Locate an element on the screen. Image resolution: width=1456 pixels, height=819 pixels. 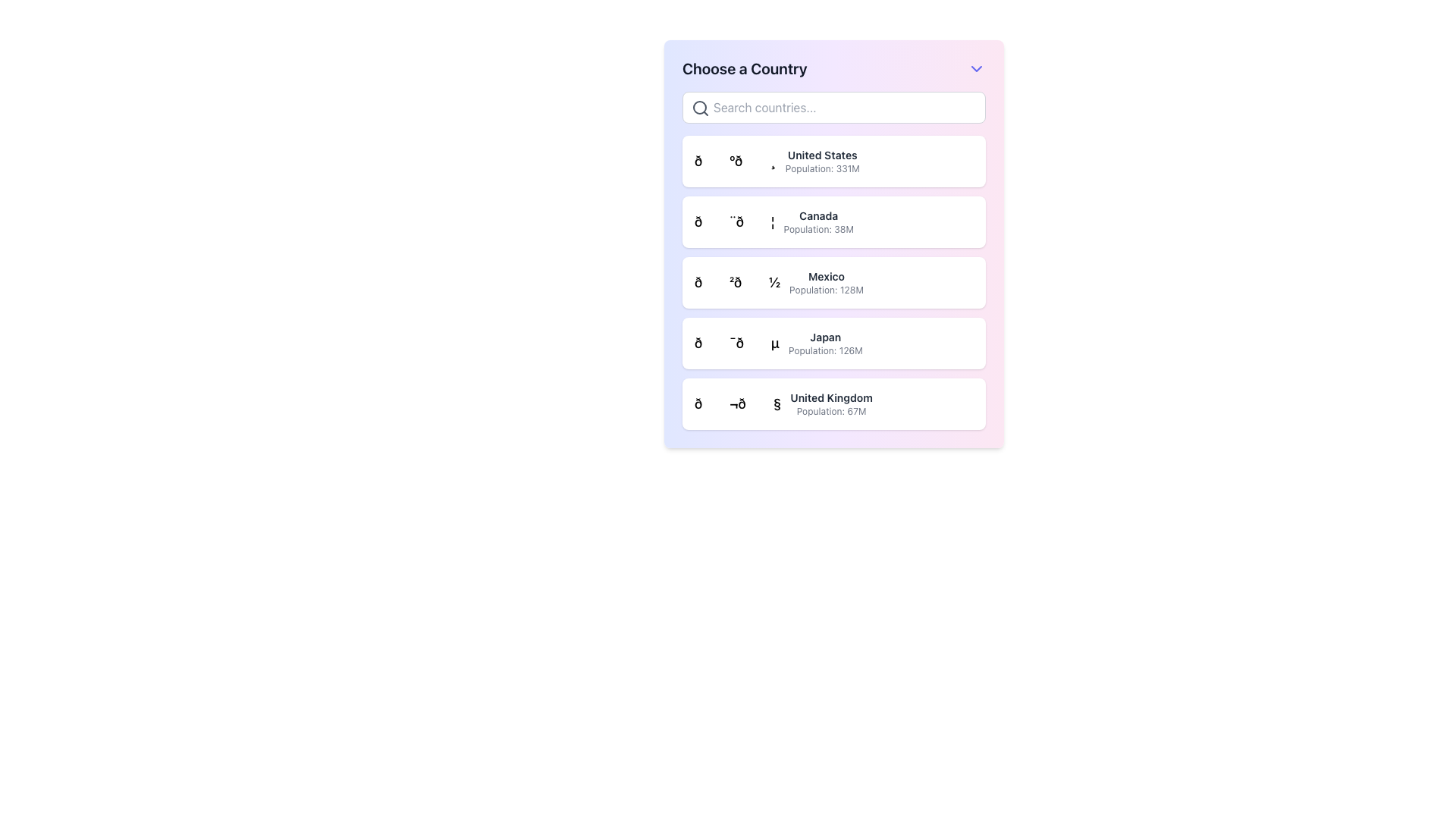
the Header or Title that indicates the section for country selection in the pop-up panel is located at coordinates (745, 69).